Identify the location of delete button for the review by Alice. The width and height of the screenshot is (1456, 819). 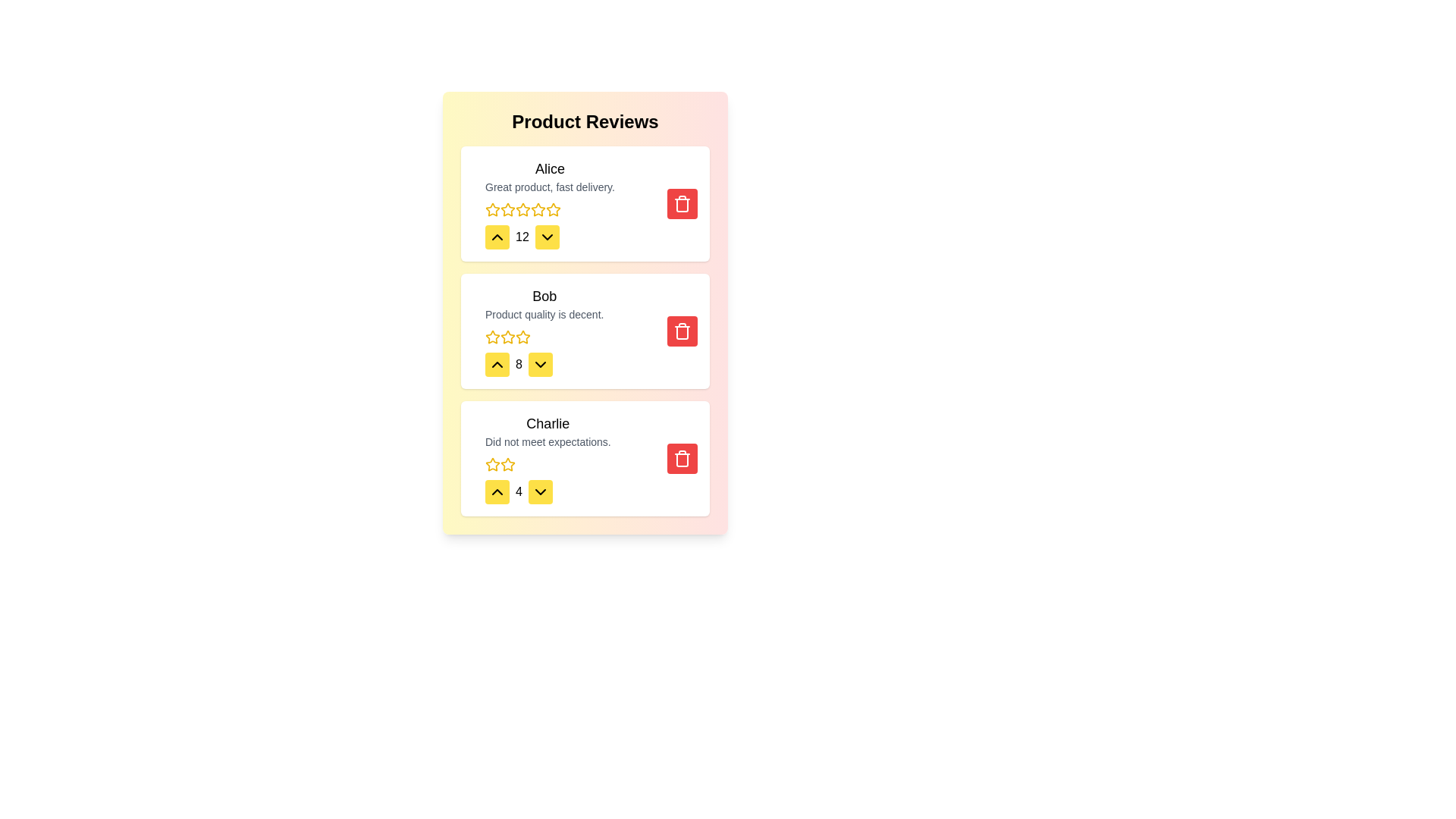
(682, 203).